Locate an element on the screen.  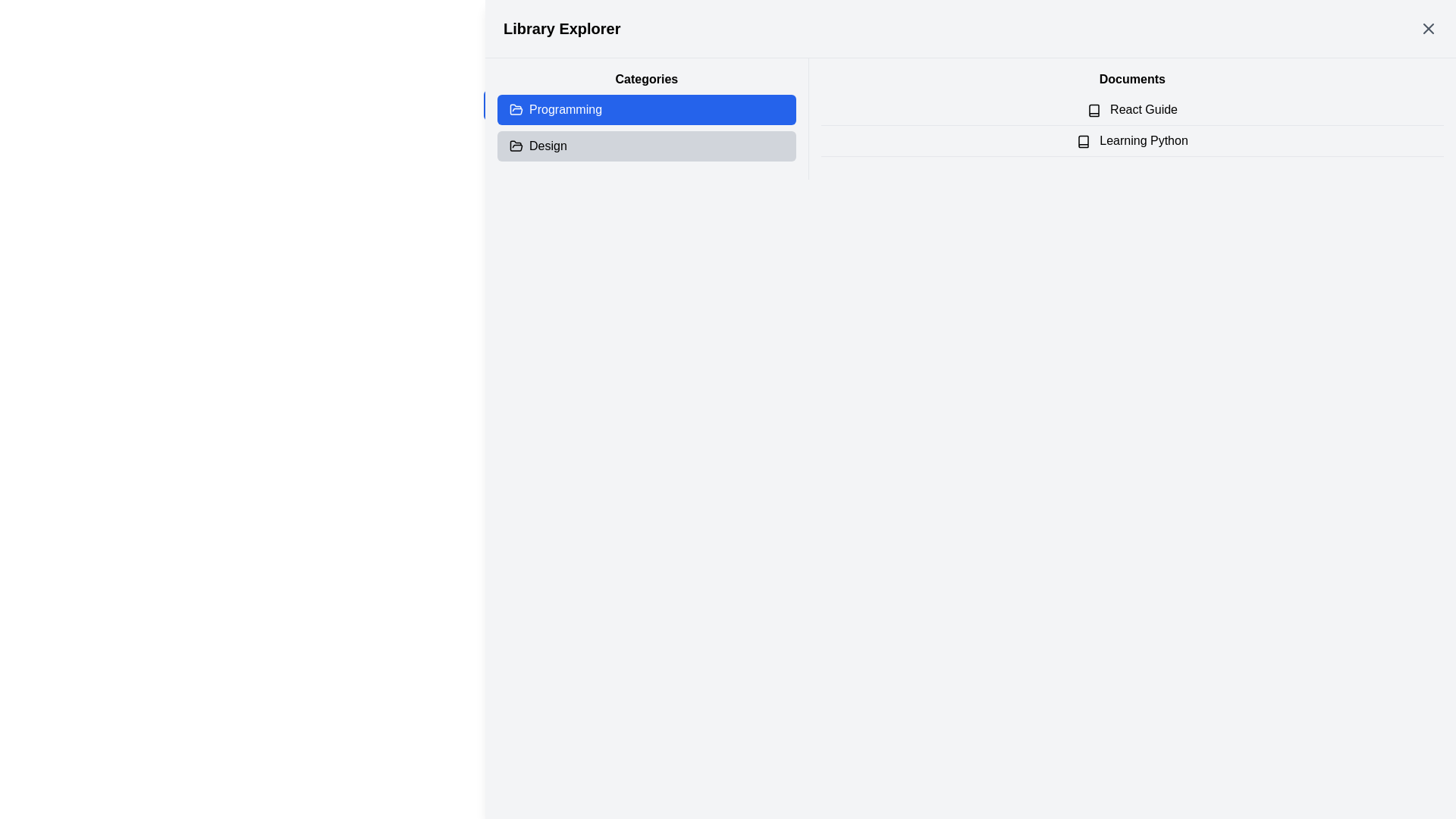
the 'Programming' category button located in the left panel under 'Categories' is located at coordinates (647, 118).